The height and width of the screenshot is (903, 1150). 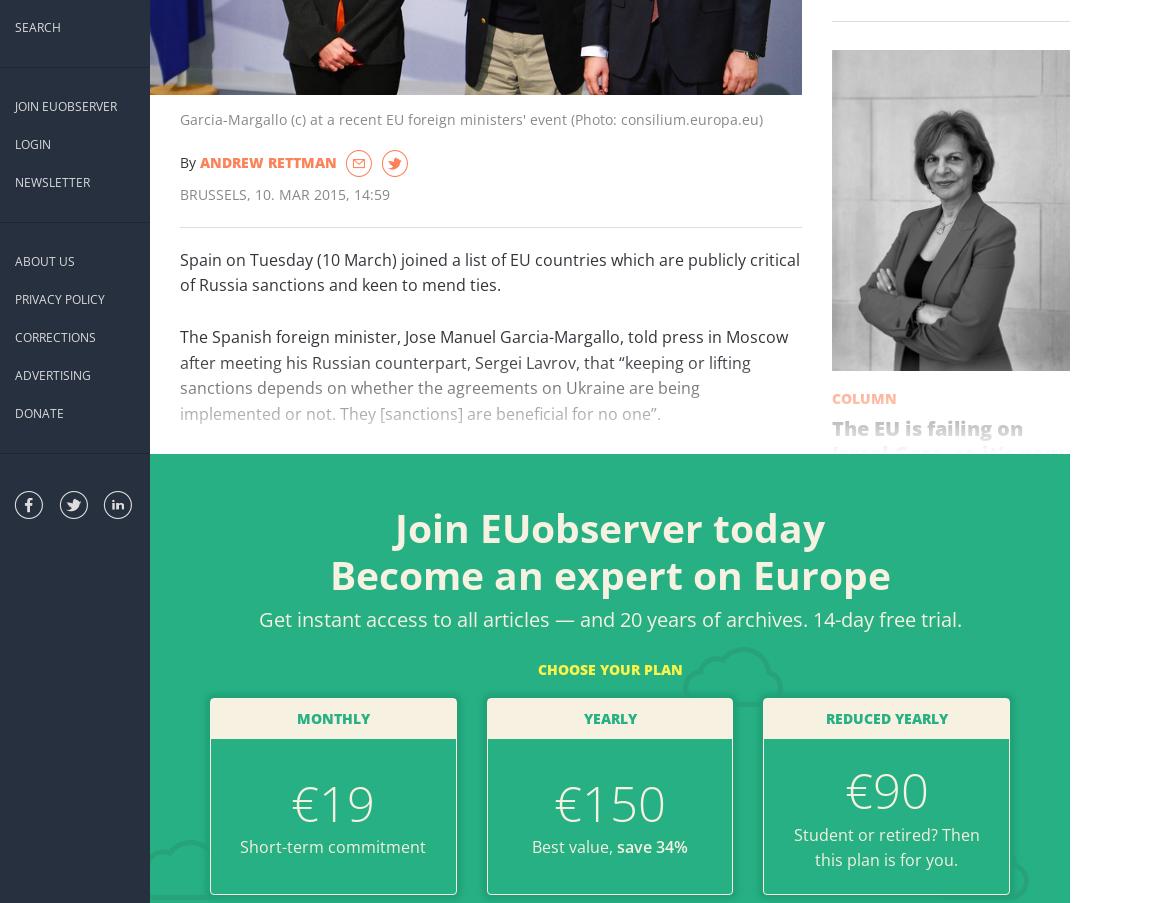 What do you see at coordinates (333, 801) in the screenshot?
I see `'€19'` at bounding box center [333, 801].